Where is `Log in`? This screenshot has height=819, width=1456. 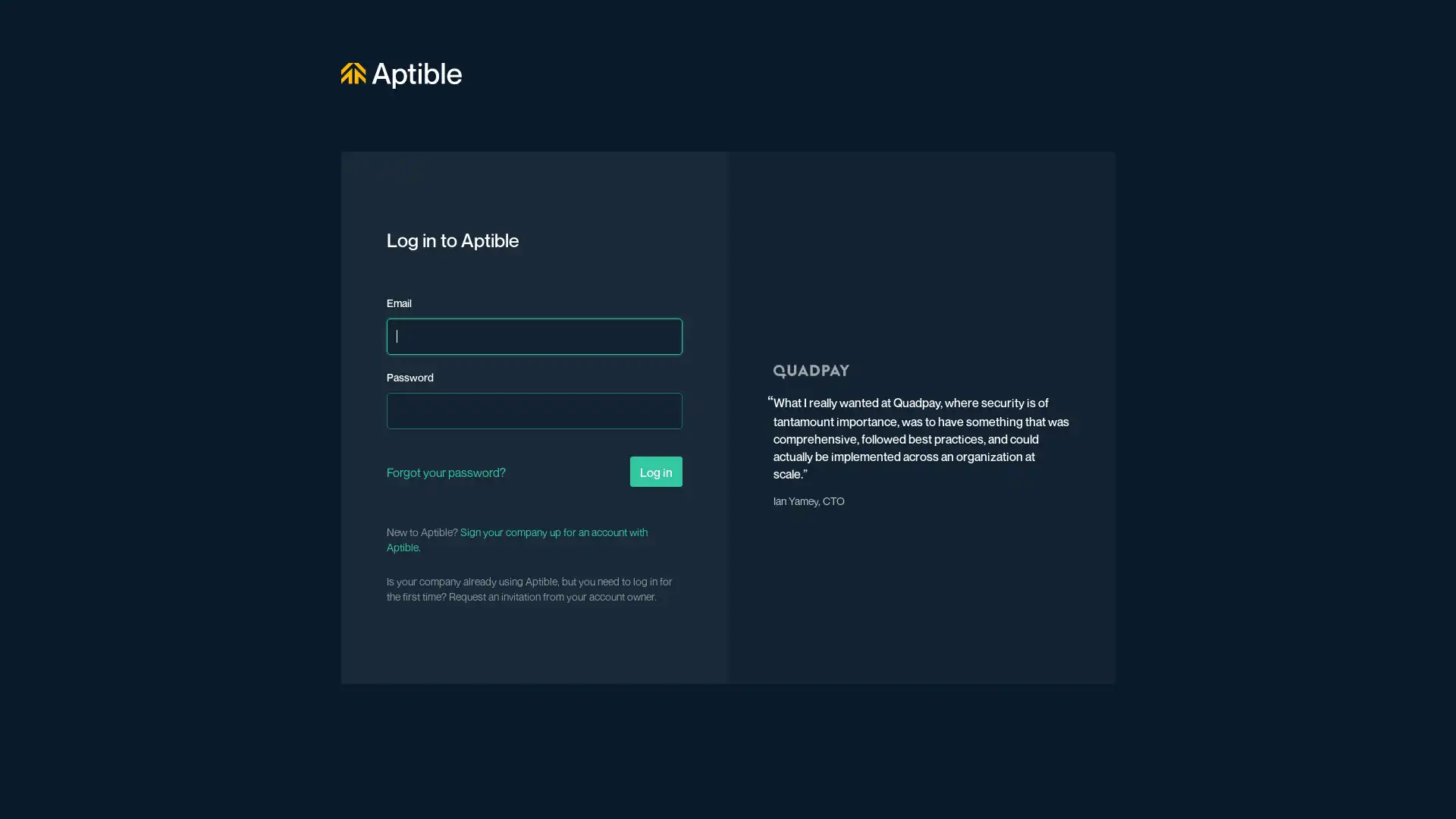
Log in is located at coordinates (656, 470).